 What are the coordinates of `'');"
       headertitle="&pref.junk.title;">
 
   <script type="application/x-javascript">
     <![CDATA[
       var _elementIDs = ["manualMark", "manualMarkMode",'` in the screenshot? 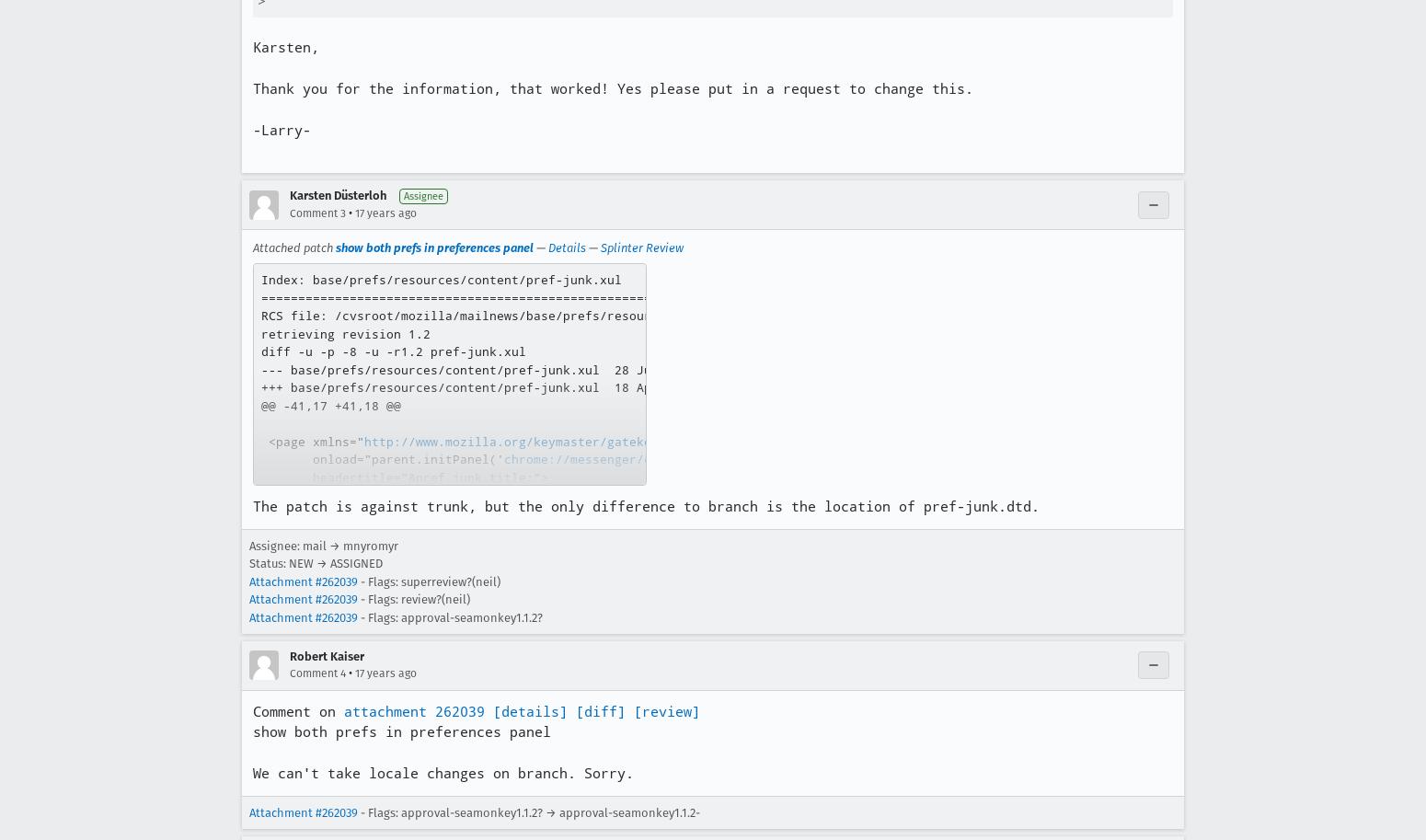 It's located at (544, 502).